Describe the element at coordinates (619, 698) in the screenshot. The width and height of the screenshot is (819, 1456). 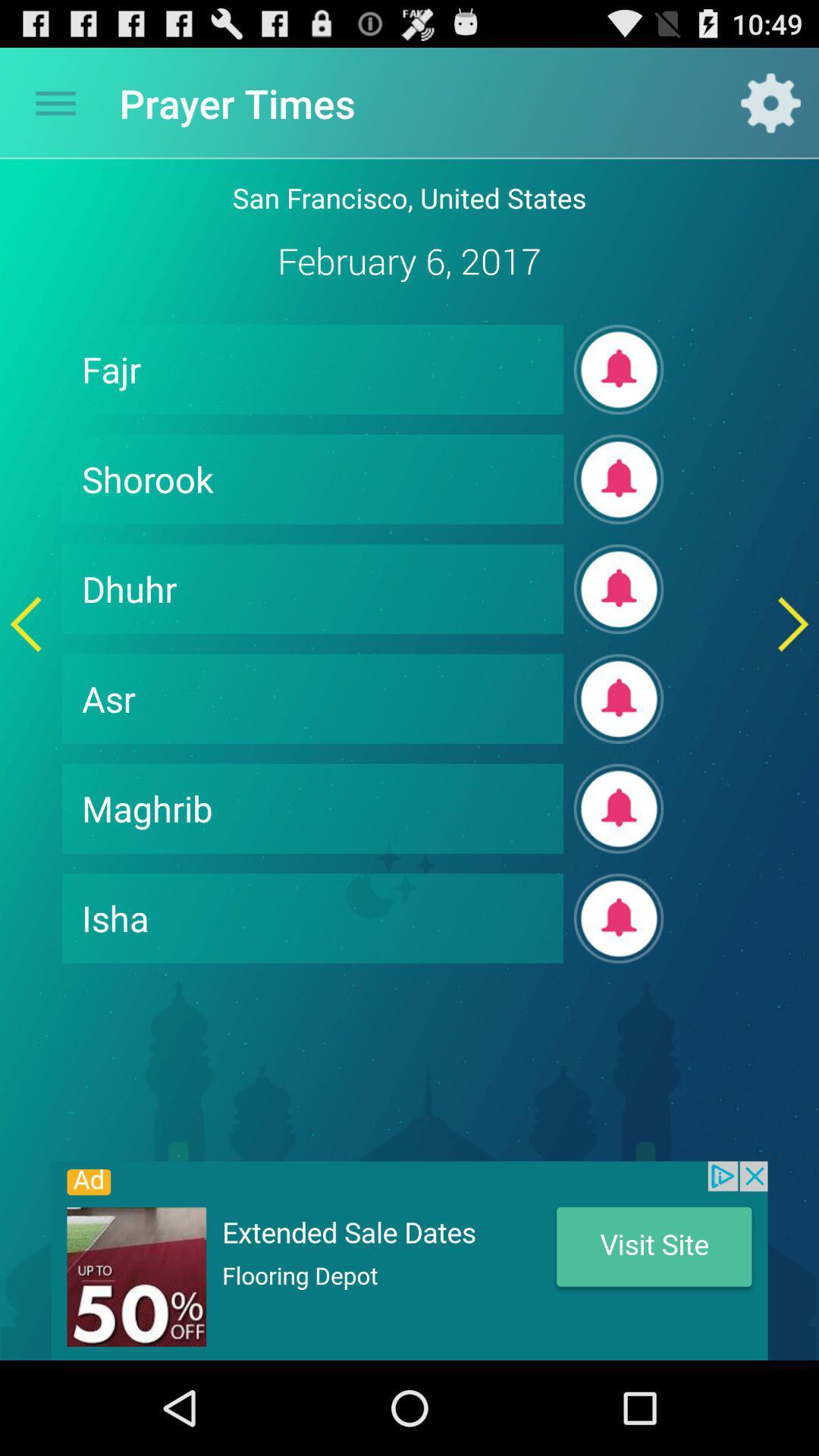
I see `alarm box` at that location.